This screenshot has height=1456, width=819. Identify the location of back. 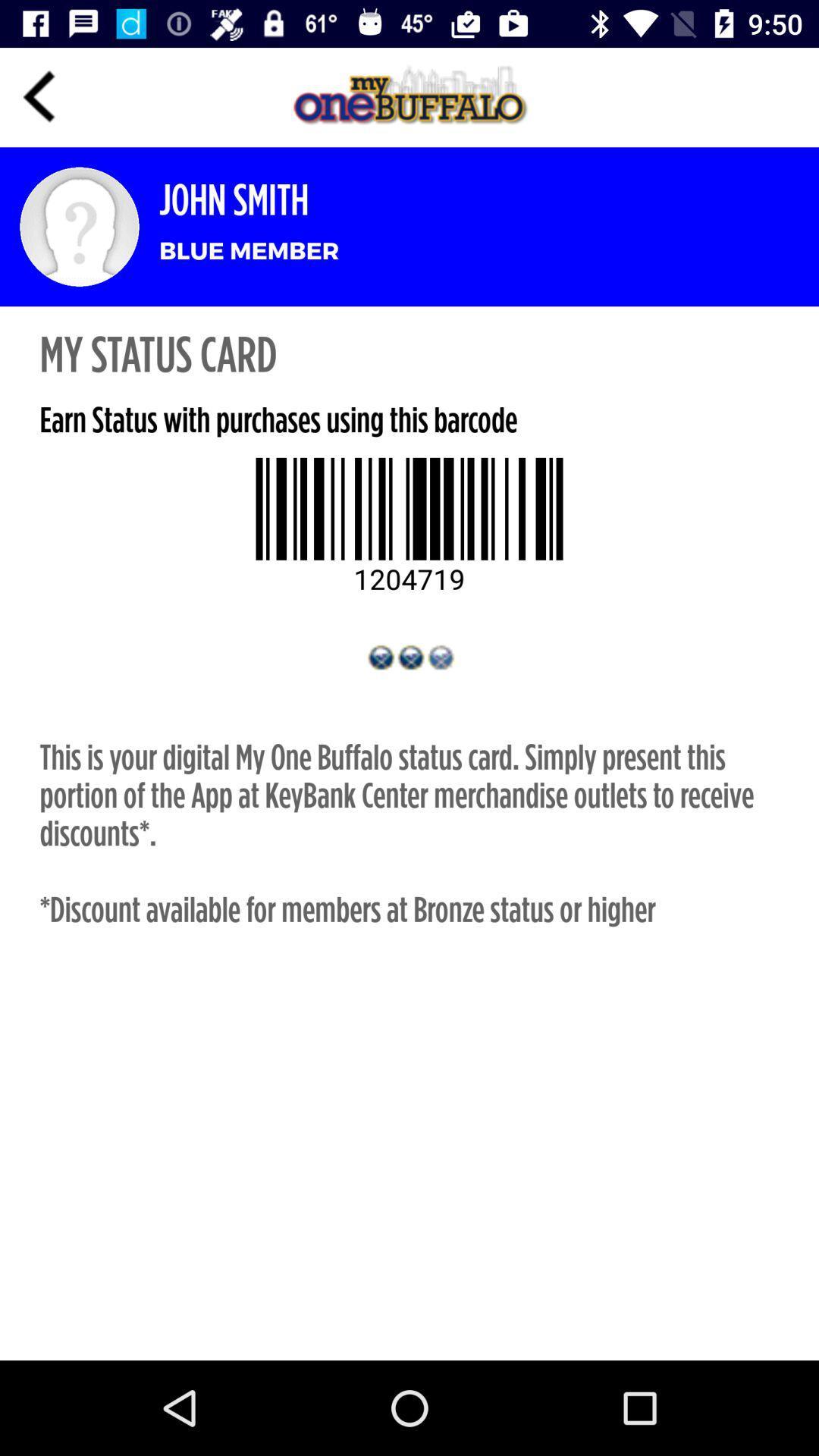
(39, 96).